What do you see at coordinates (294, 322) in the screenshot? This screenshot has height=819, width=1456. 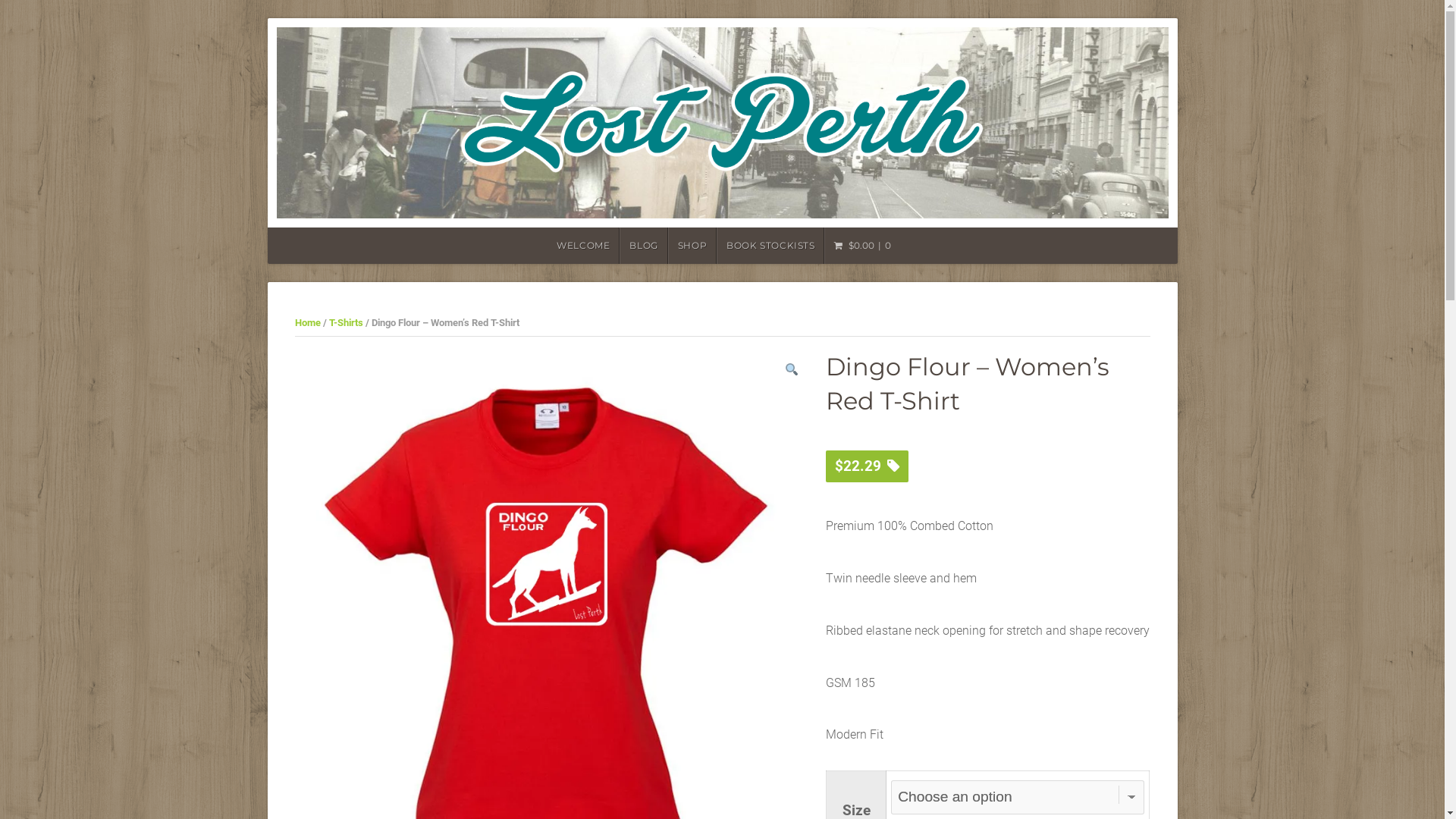 I see `'Home'` at bounding box center [294, 322].